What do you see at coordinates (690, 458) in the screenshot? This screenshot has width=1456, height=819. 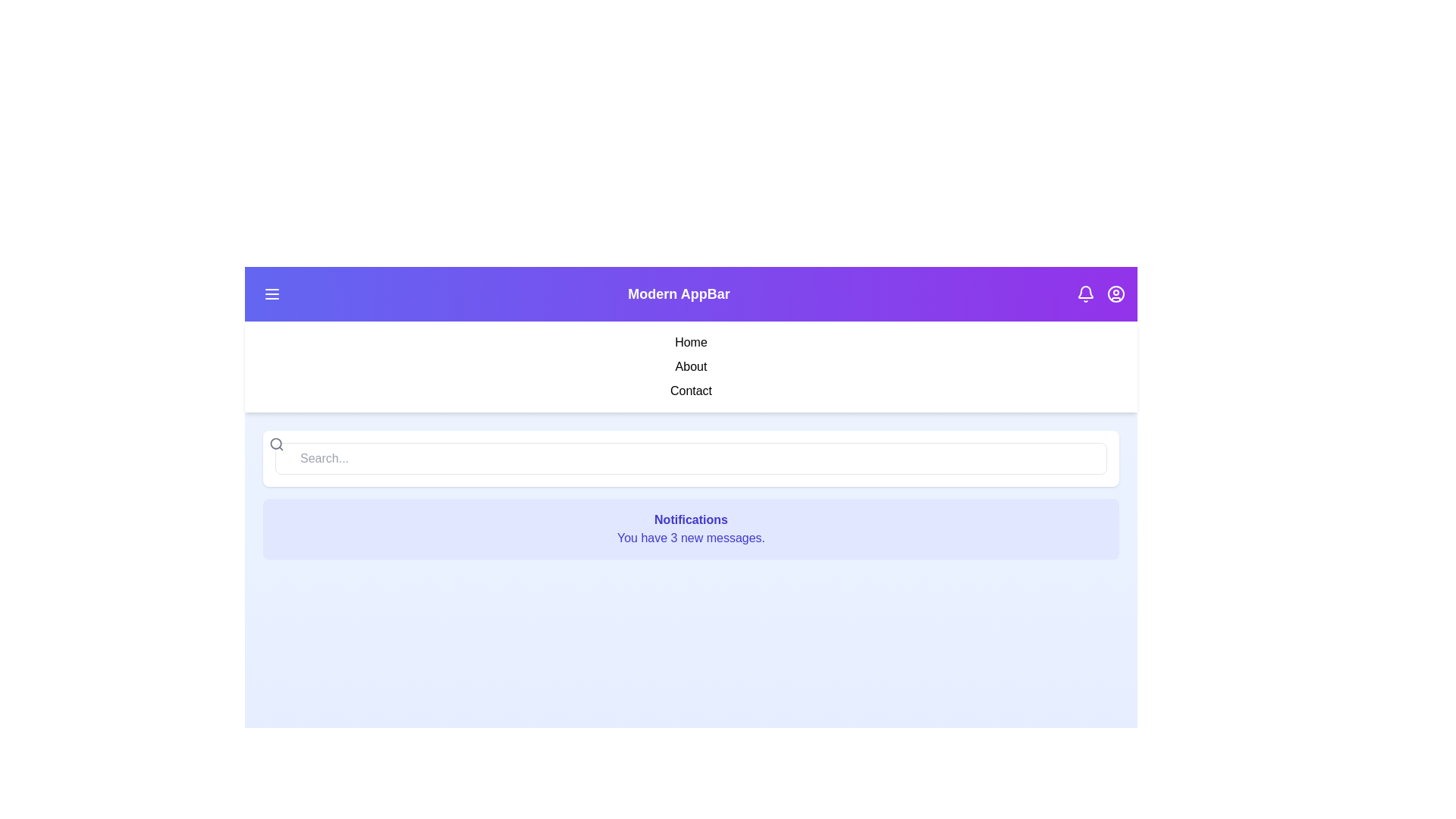 I see `the search input field to focus it and prepare for entering text` at bounding box center [690, 458].